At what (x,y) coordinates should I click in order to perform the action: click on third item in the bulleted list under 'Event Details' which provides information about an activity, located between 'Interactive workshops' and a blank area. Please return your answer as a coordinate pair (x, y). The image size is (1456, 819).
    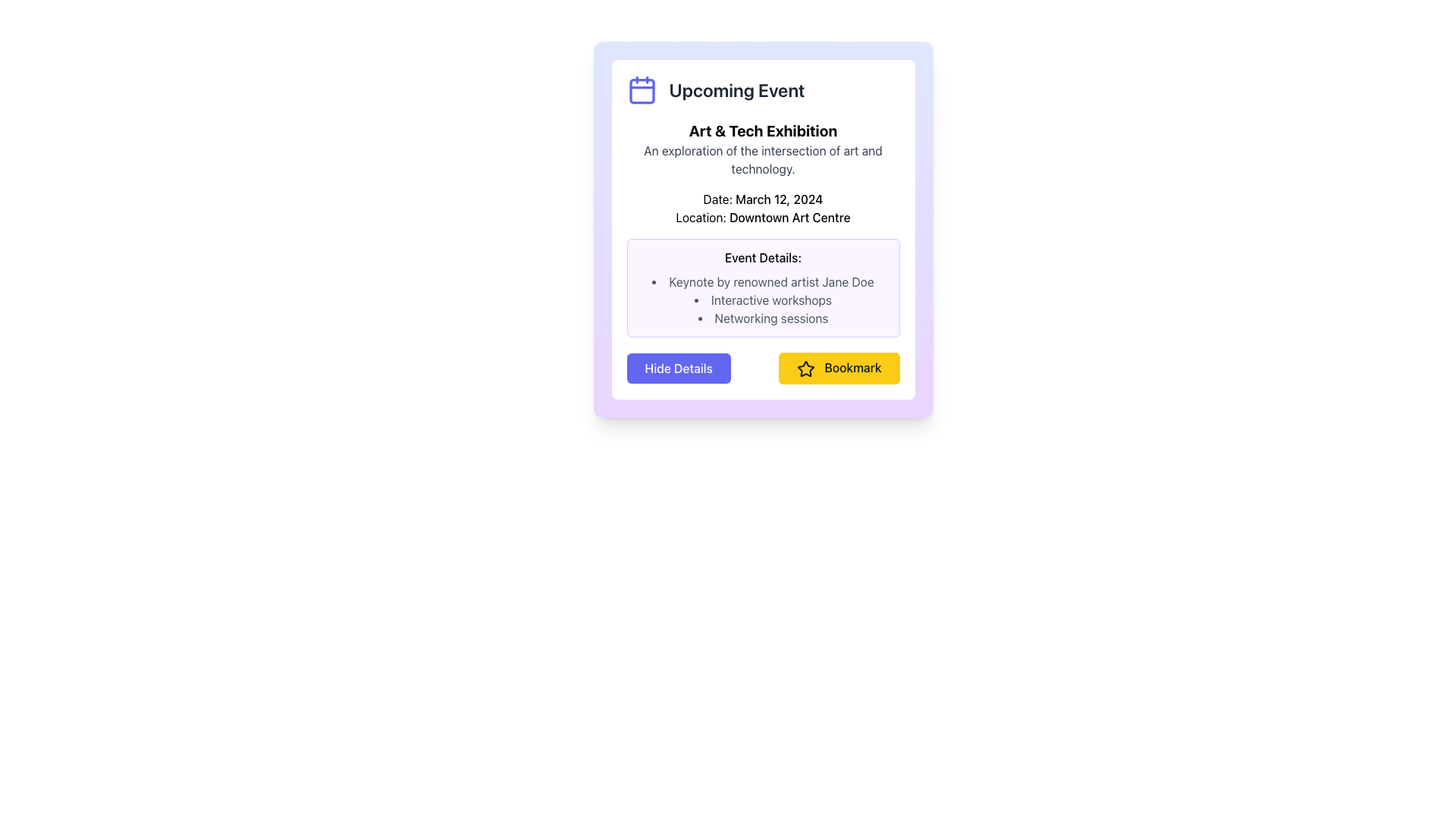
    Looking at the image, I should click on (763, 318).